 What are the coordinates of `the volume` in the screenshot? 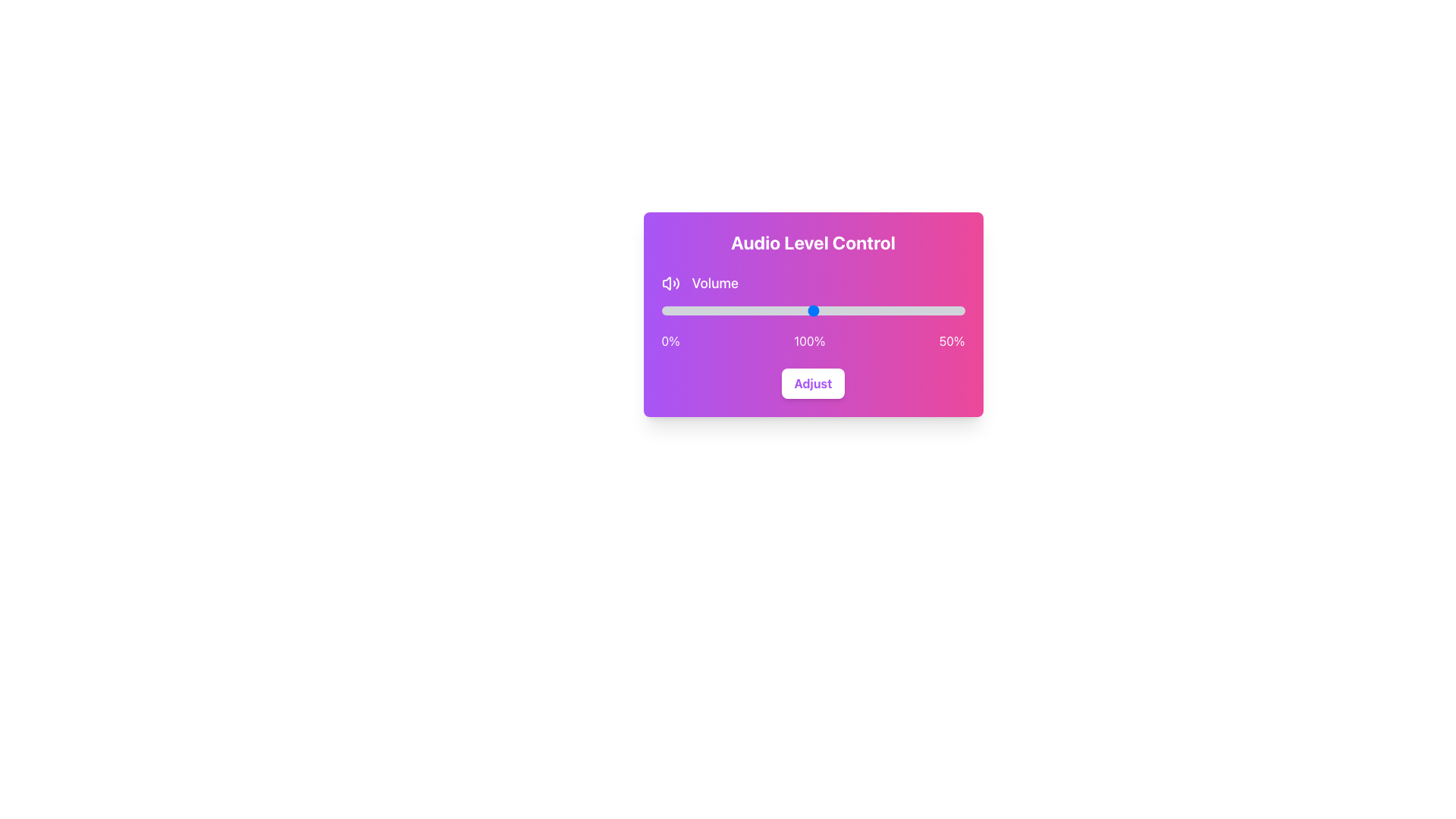 It's located at (797, 309).